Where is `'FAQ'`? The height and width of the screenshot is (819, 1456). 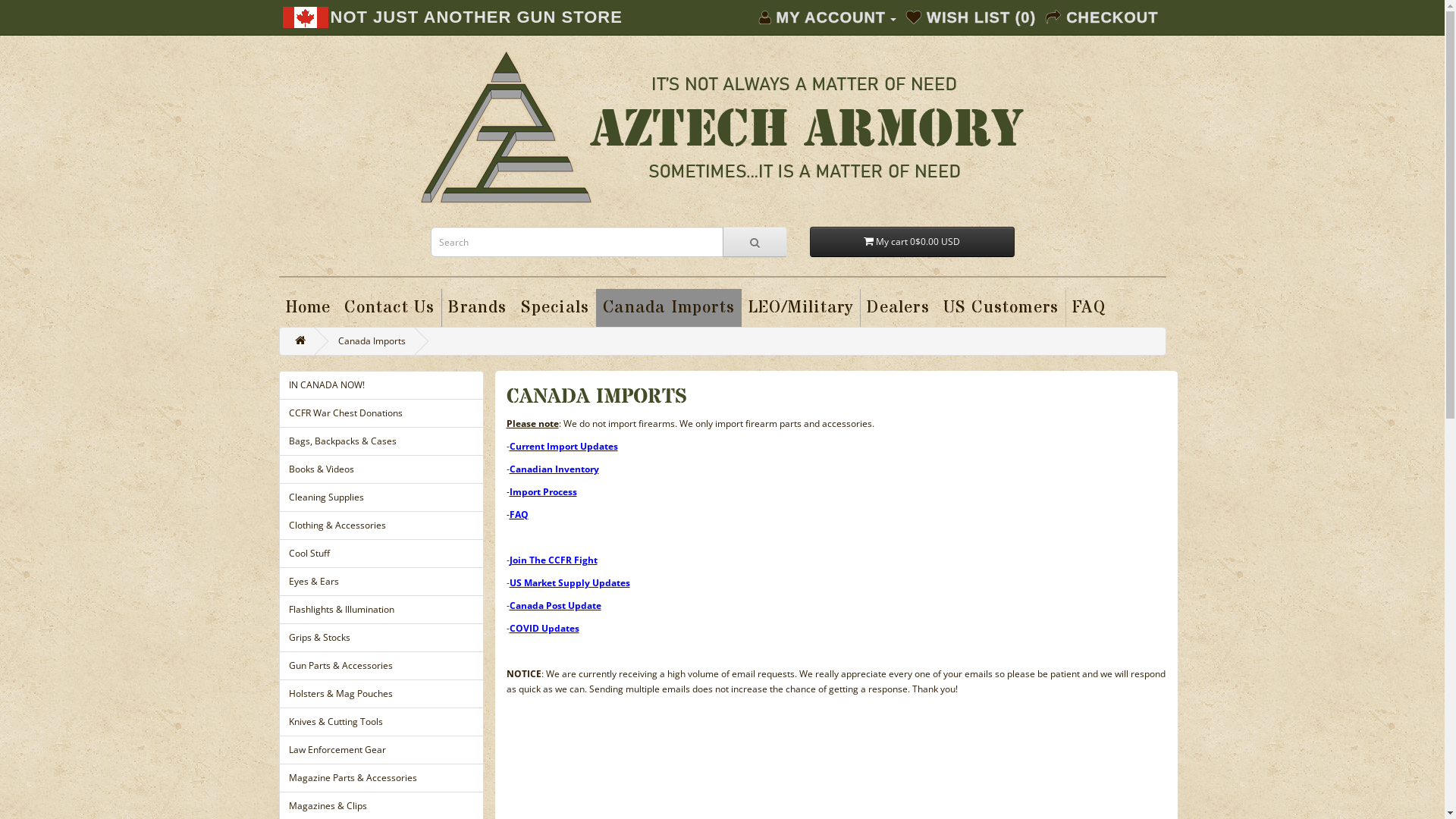 'FAQ' is located at coordinates (510, 513).